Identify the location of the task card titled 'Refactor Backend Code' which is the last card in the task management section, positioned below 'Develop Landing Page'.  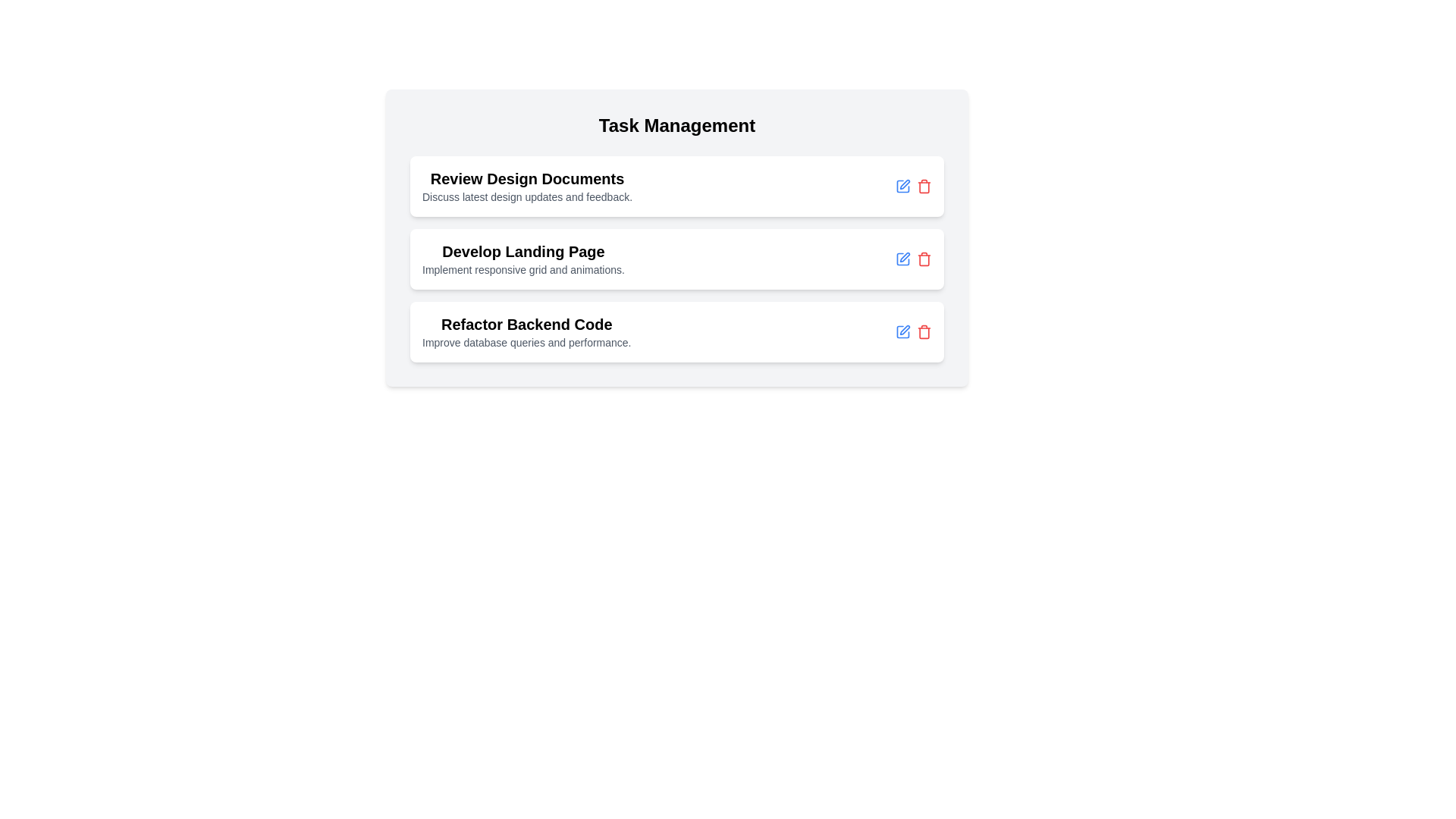
(676, 331).